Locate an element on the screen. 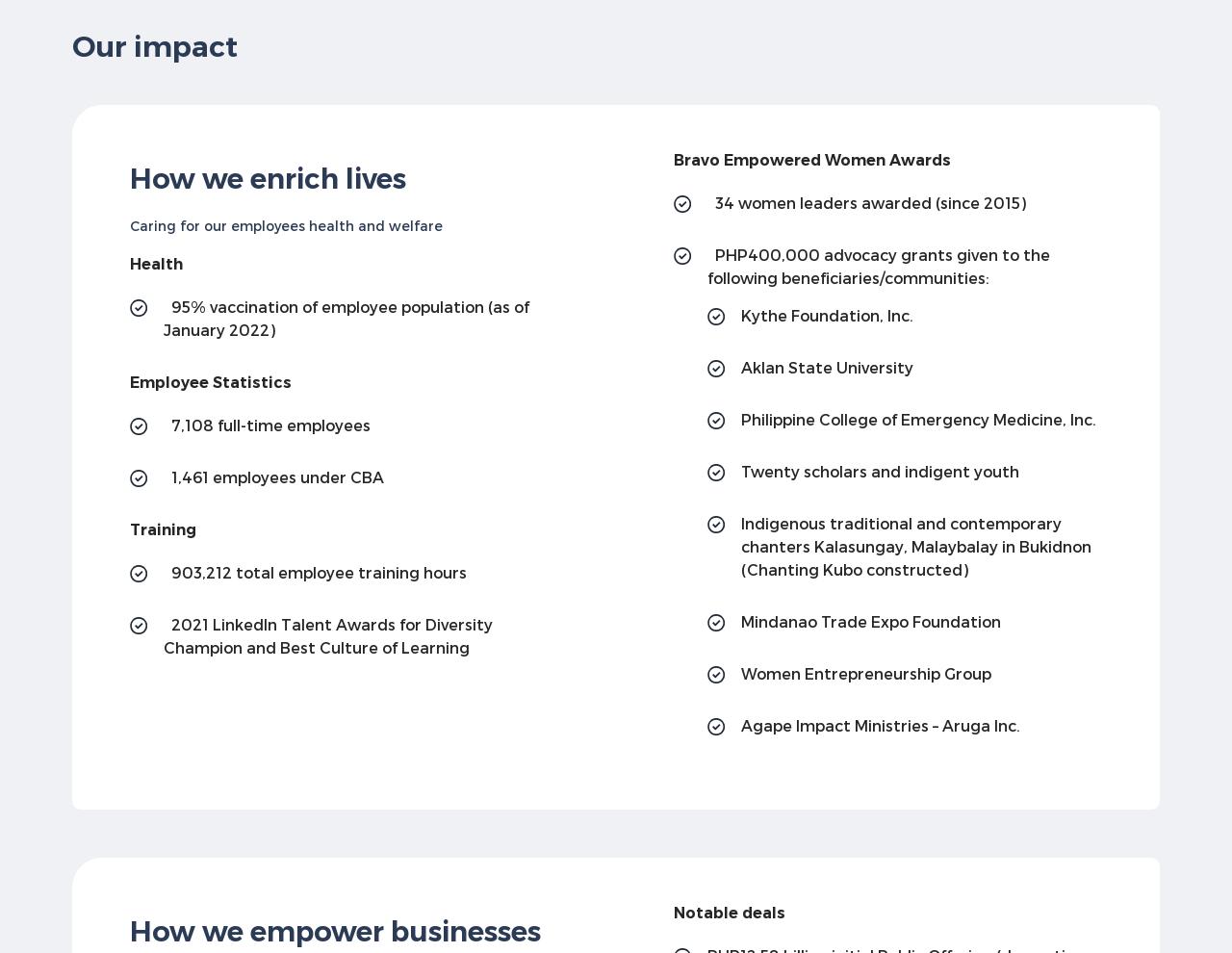  'Mindanao Trade Expo Foundation' is located at coordinates (740, 621).